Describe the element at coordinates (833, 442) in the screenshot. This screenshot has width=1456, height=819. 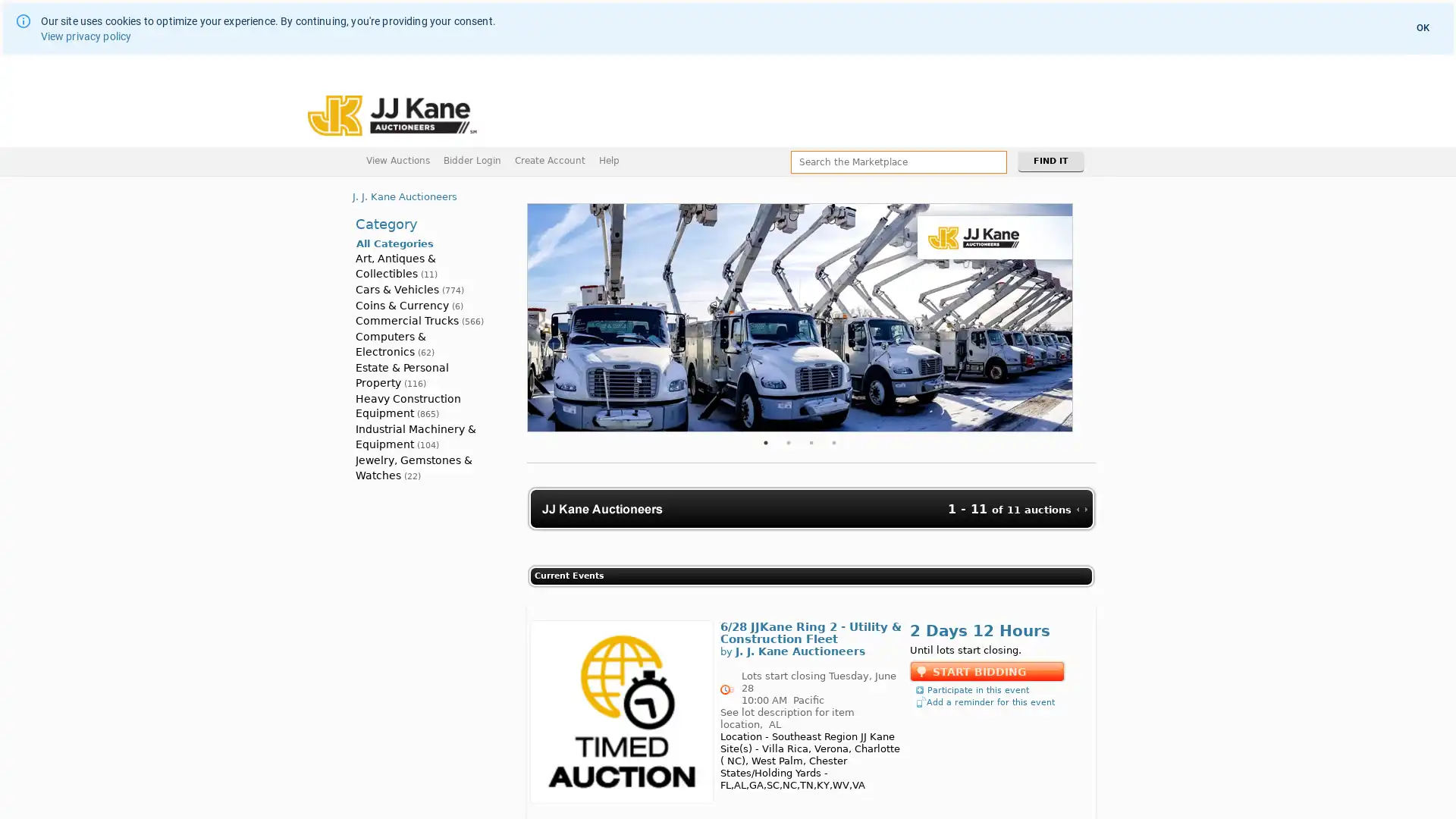
I see `4` at that location.